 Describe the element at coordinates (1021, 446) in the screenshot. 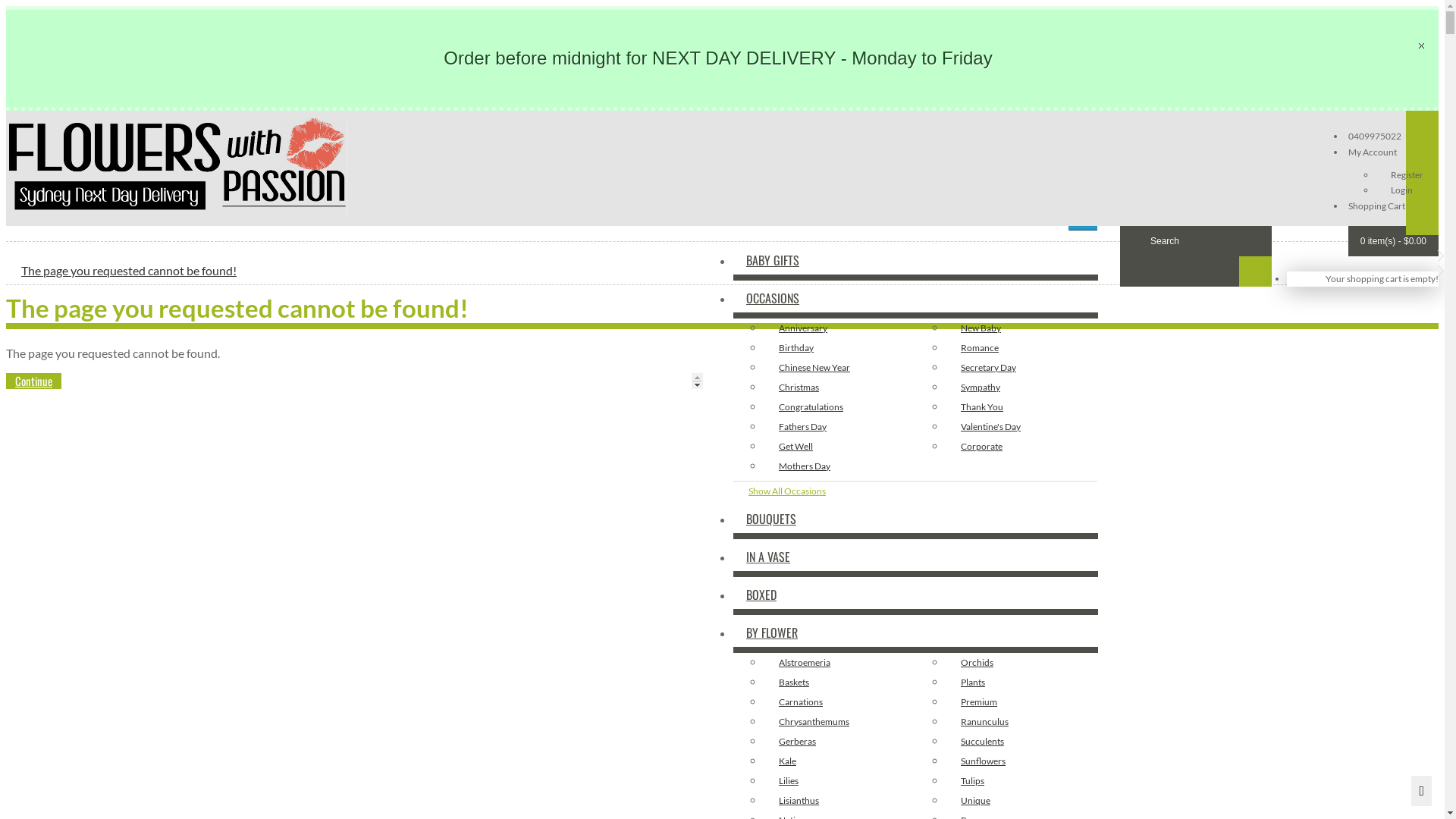

I see `'Corporate'` at that location.